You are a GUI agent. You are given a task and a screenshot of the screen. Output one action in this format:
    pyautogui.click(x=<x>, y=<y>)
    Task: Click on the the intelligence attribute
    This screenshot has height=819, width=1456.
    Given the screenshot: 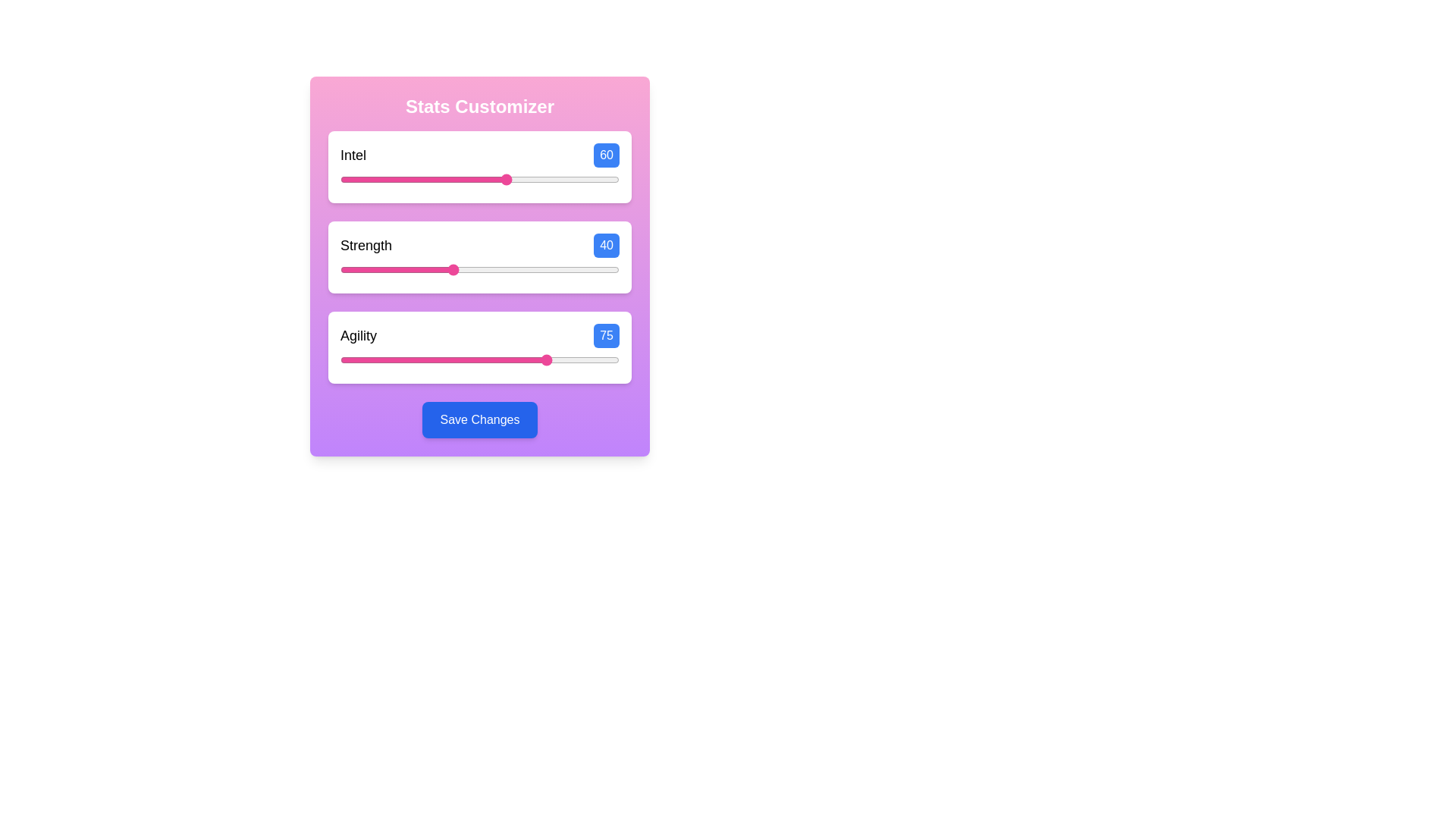 What is the action you would take?
    pyautogui.click(x=399, y=178)
    